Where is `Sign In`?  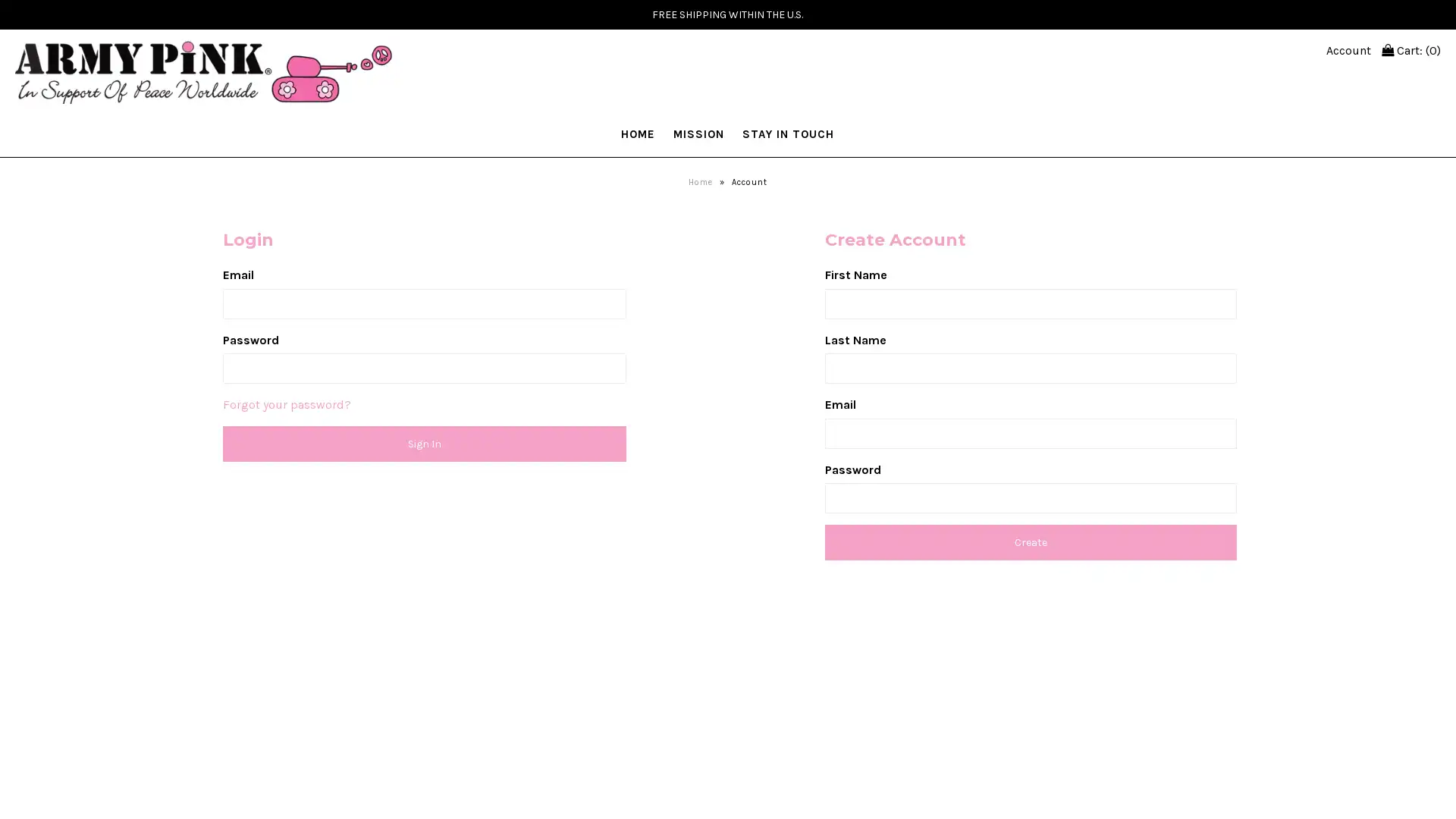 Sign In is located at coordinates (424, 443).